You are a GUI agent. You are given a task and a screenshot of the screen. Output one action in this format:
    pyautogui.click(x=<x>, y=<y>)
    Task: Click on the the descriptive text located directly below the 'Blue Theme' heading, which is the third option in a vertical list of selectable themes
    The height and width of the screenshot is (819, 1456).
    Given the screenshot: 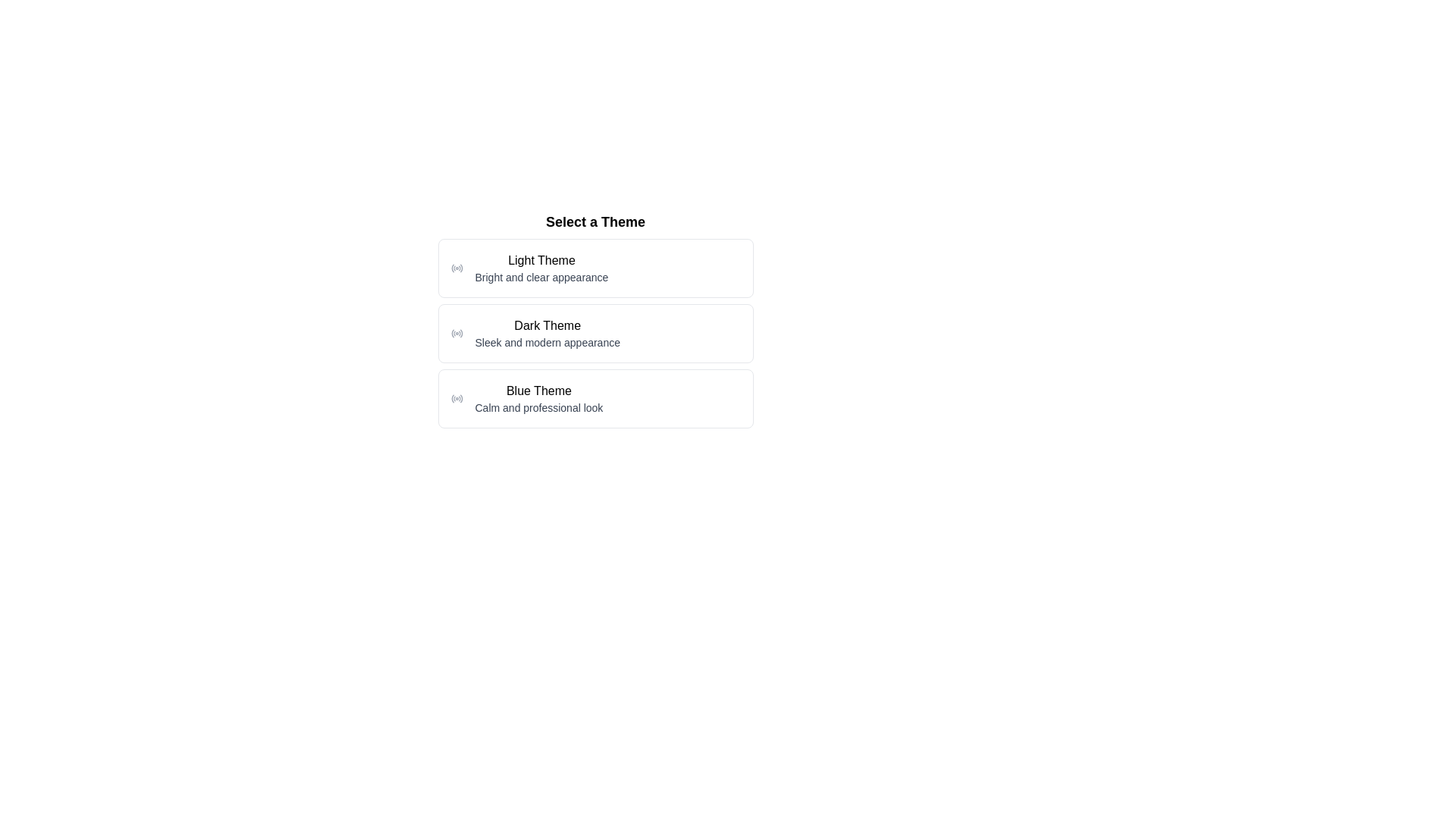 What is the action you would take?
    pyautogui.click(x=538, y=406)
    